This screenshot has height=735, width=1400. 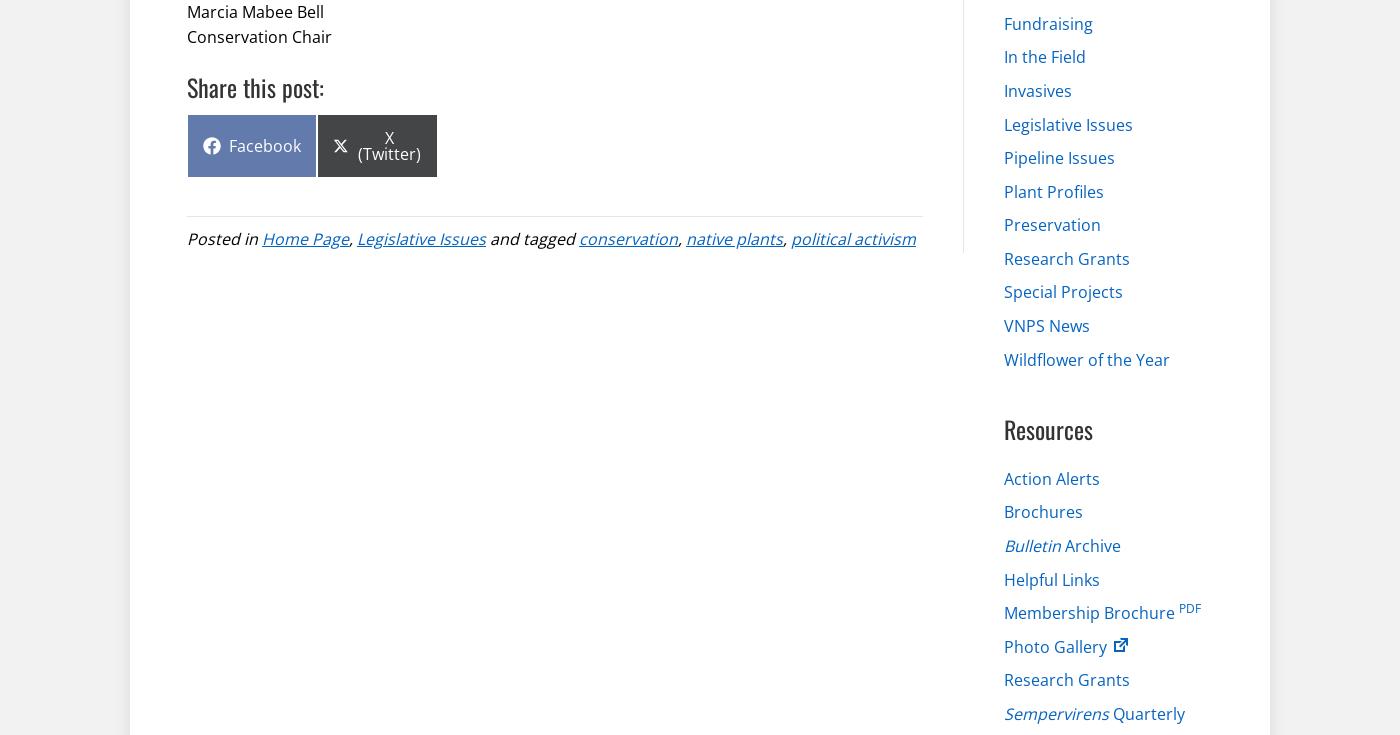 What do you see at coordinates (1047, 324) in the screenshot?
I see `'VNPS News'` at bounding box center [1047, 324].